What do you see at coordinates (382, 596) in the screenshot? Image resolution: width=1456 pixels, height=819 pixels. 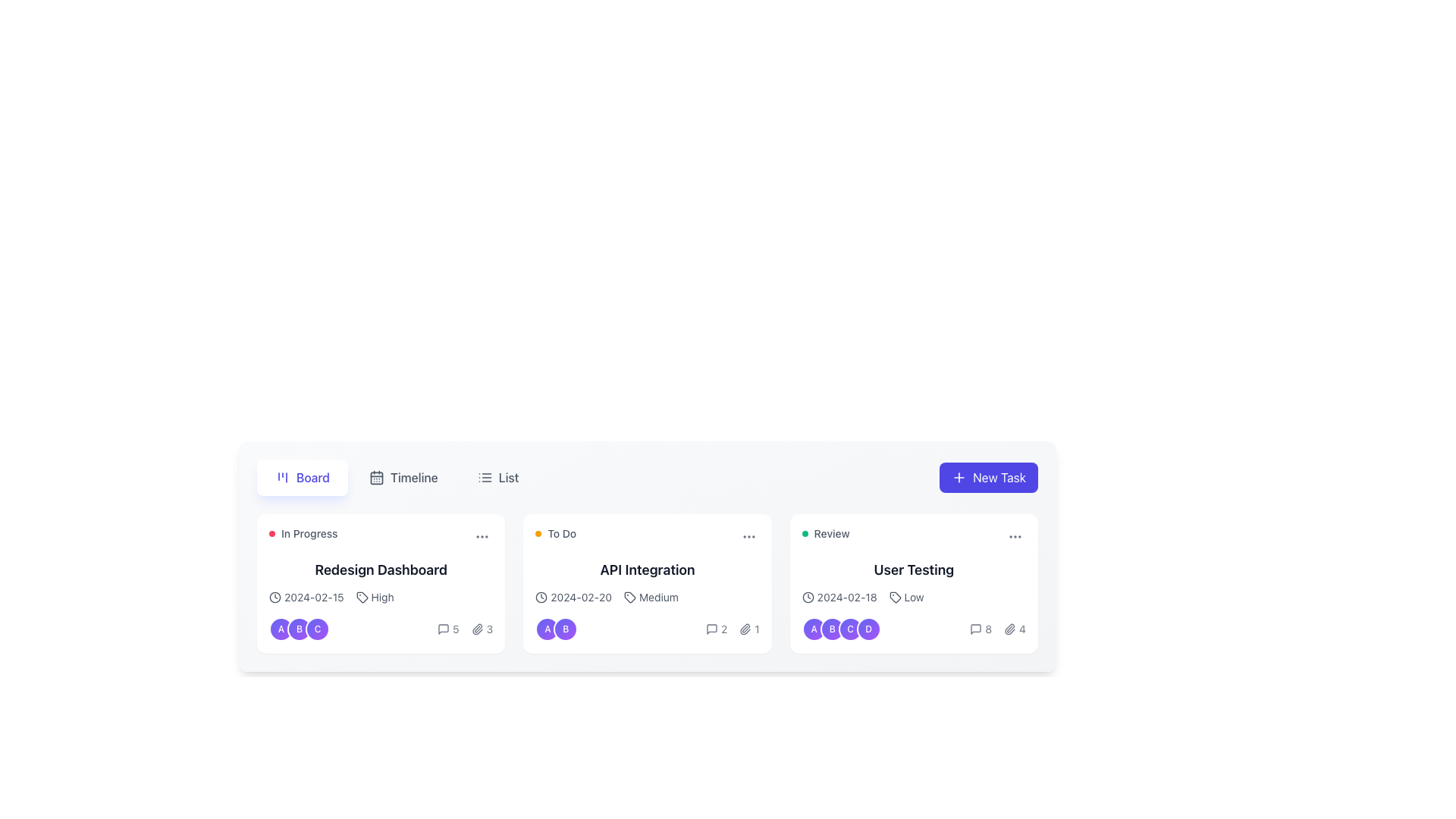 I see `the priority level label positioned to the right of the tag icon in the upper-left card of the grid layout` at bounding box center [382, 596].